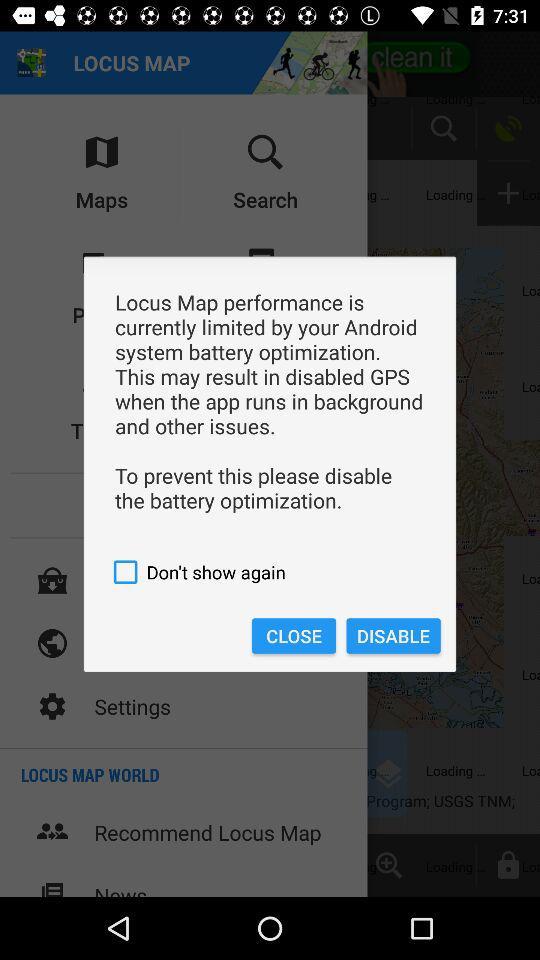  What do you see at coordinates (393, 635) in the screenshot?
I see `item on the right` at bounding box center [393, 635].